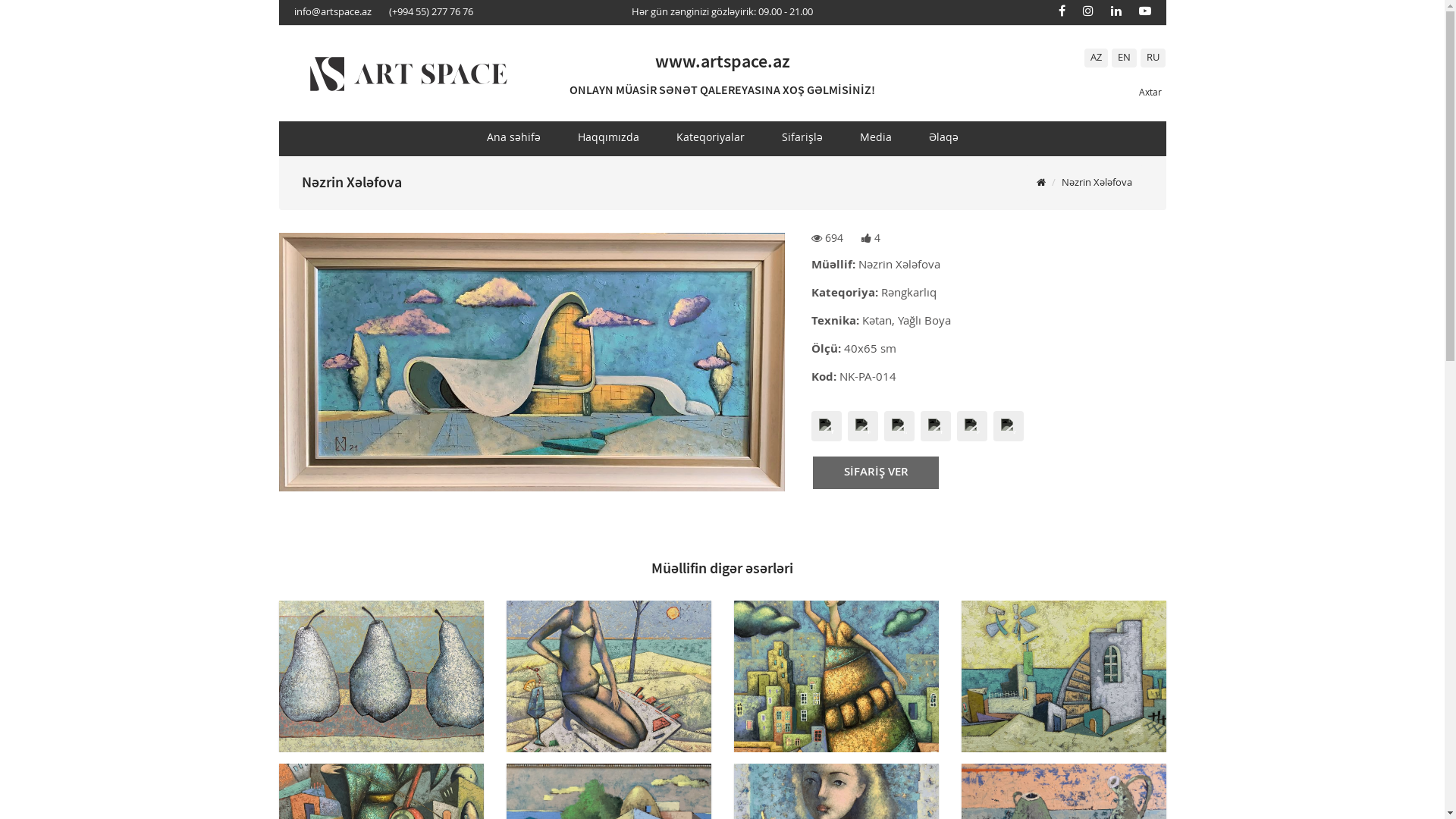 Image resolution: width=1456 pixels, height=819 pixels. I want to click on 'EN', so click(1124, 57).